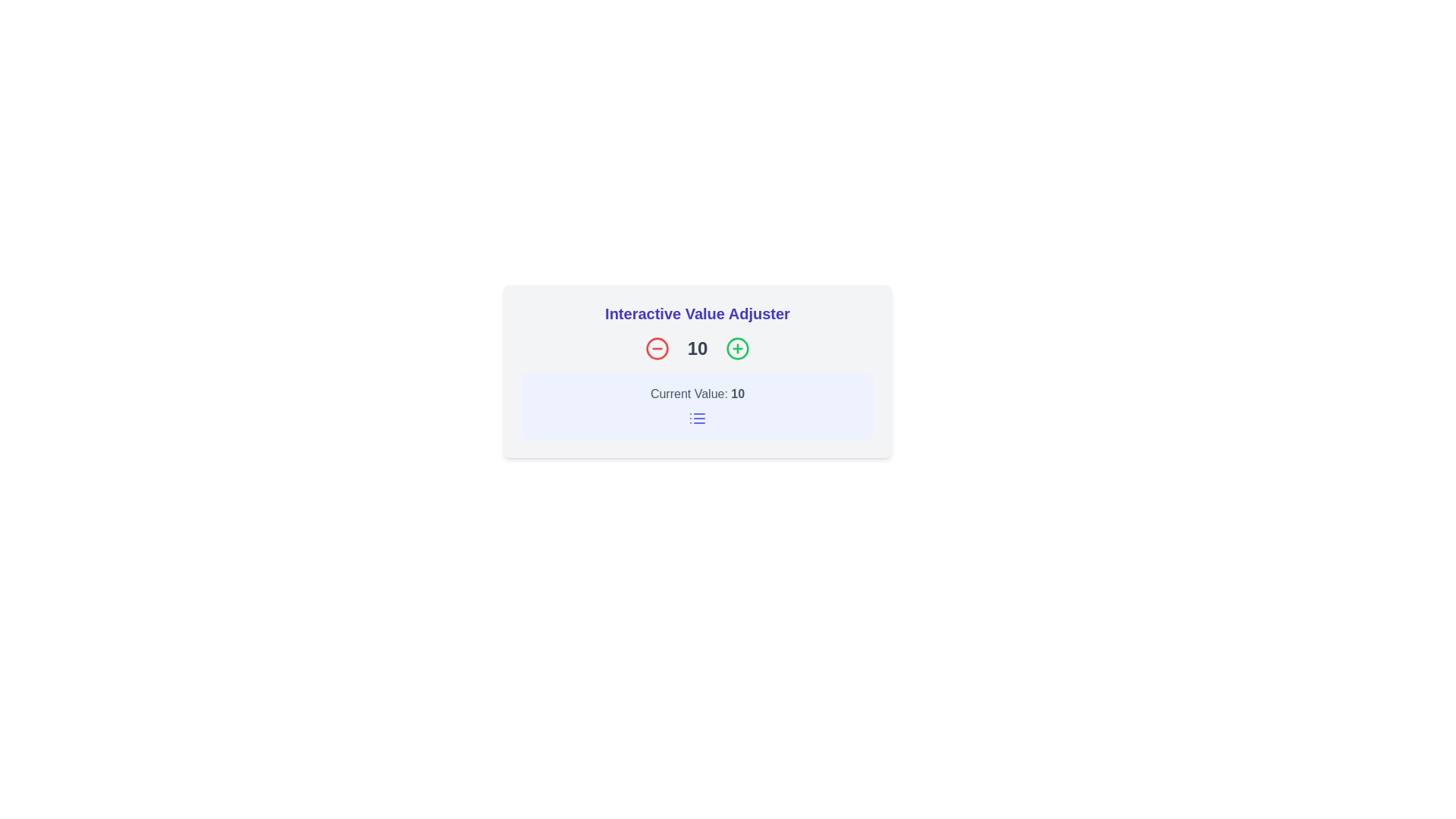 This screenshot has width=1456, height=819. What do you see at coordinates (738, 348) in the screenshot?
I see `the Increment button styled as an icon located to the right of the number '10' in the 'Interactive Value Adjuster' interface to increase the value` at bounding box center [738, 348].